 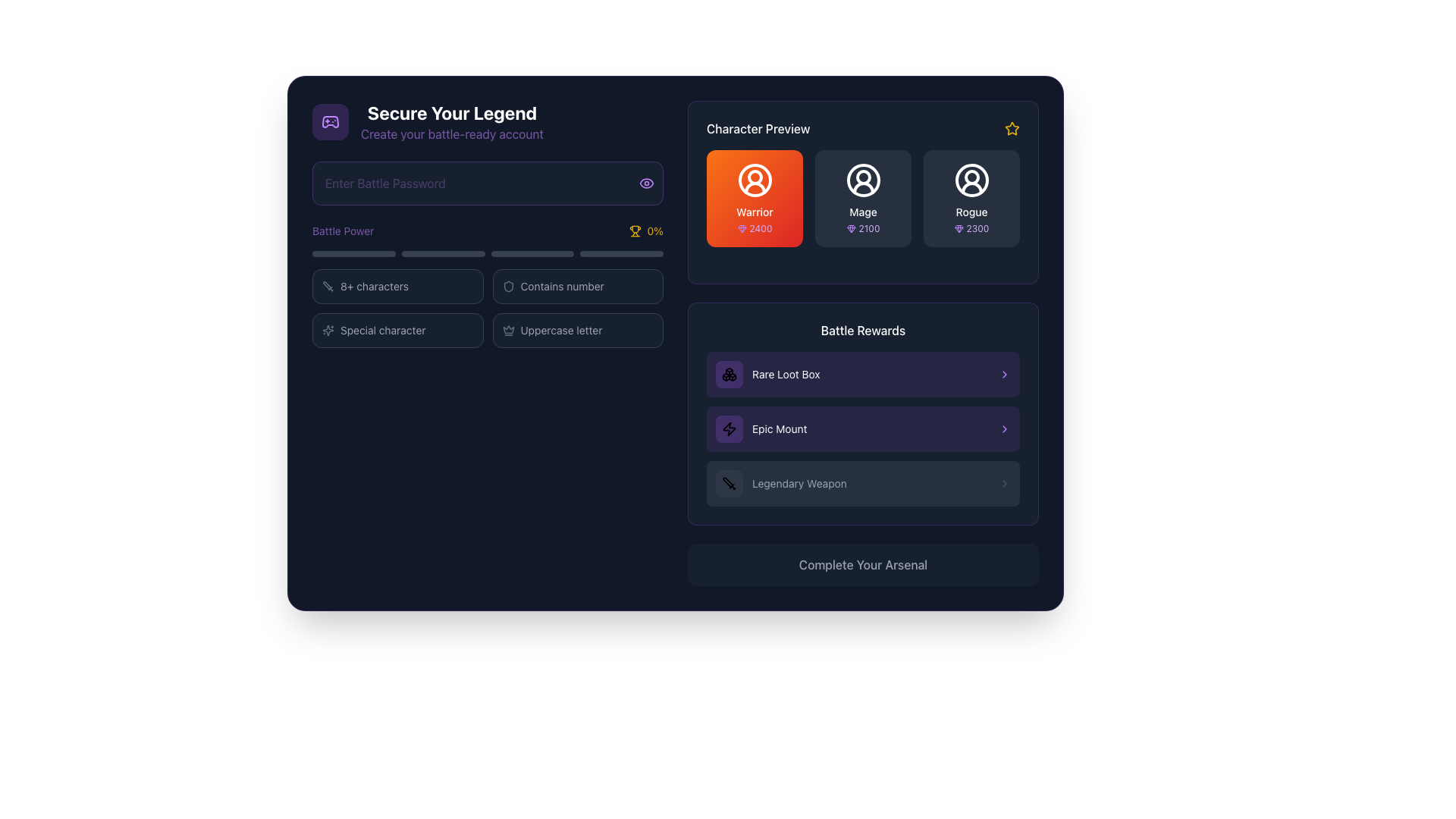 I want to click on the decorative icon representing the 'Rogue' character located in the 'Character Preview' section, centered above the text 'Rogue' and the badge '2300', so click(x=971, y=180).